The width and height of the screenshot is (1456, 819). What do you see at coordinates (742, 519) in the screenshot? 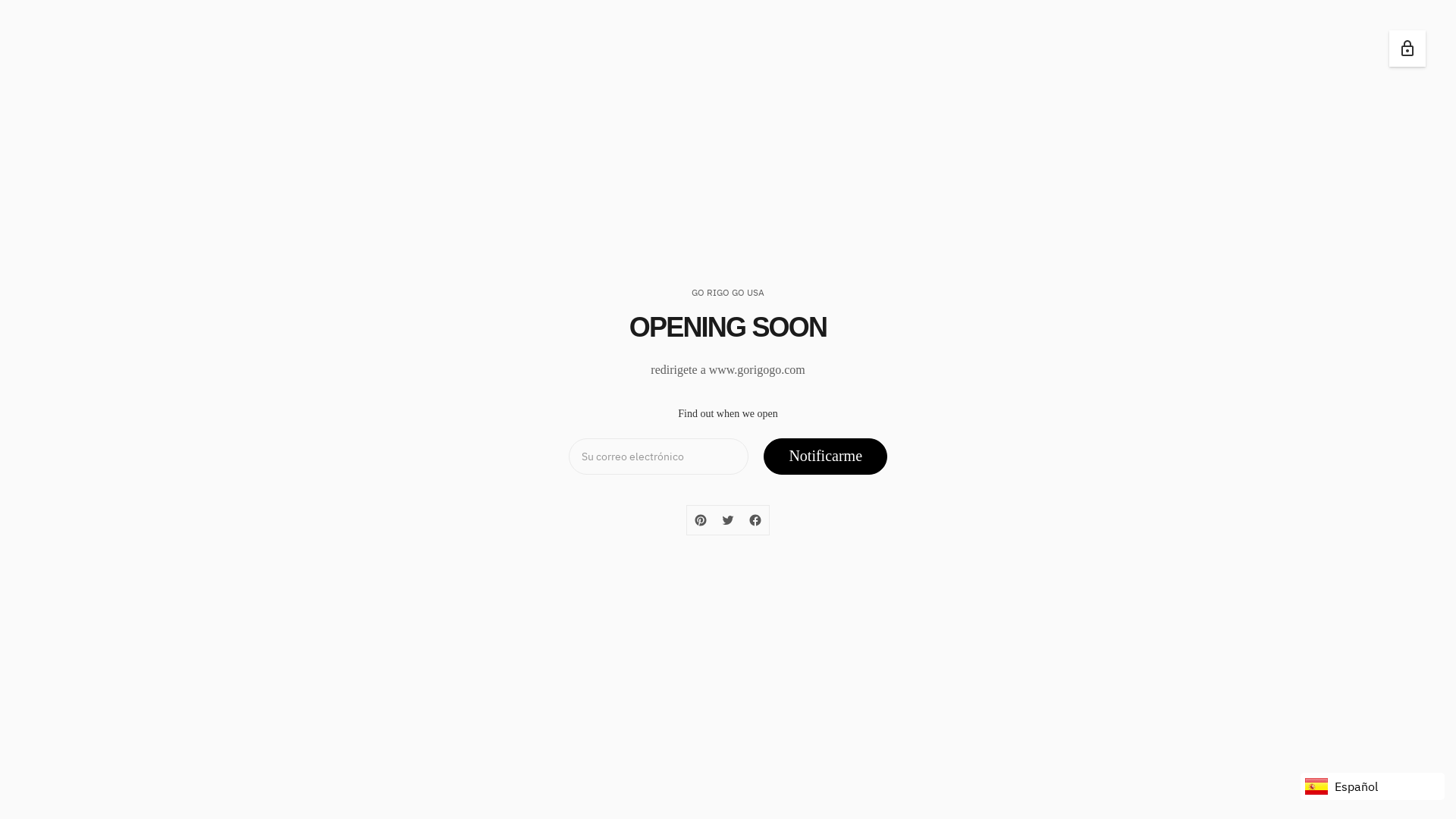
I see `'Share to Facebook'` at bounding box center [742, 519].